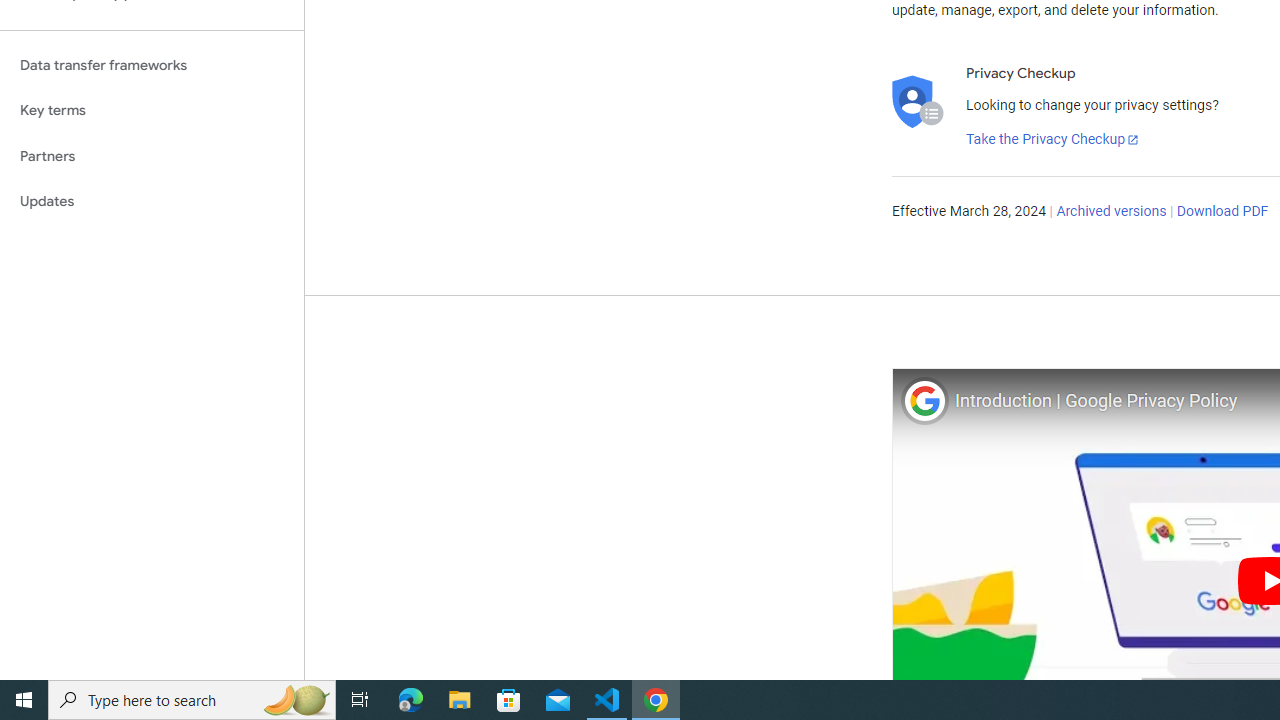  What do you see at coordinates (1110, 212) in the screenshot?
I see `'Archived versions'` at bounding box center [1110, 212].